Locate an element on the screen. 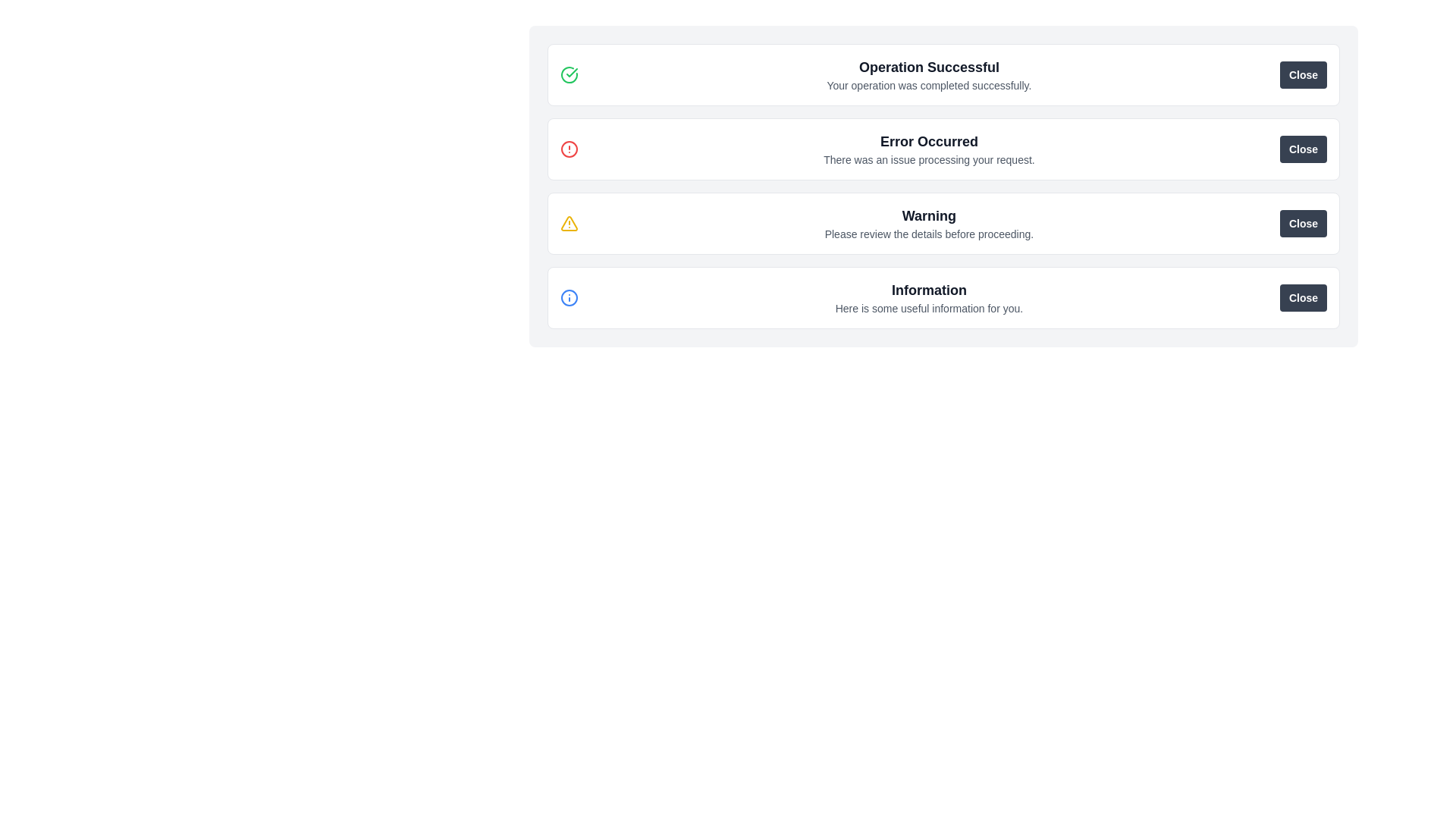 Image resolution: width=1456 pixels, height=819 pixels. informational text label that provides additional explanation for the 'Warning' notification, located directly below the 'Warning' text in the third notification message is located at coordinates (928, 234).